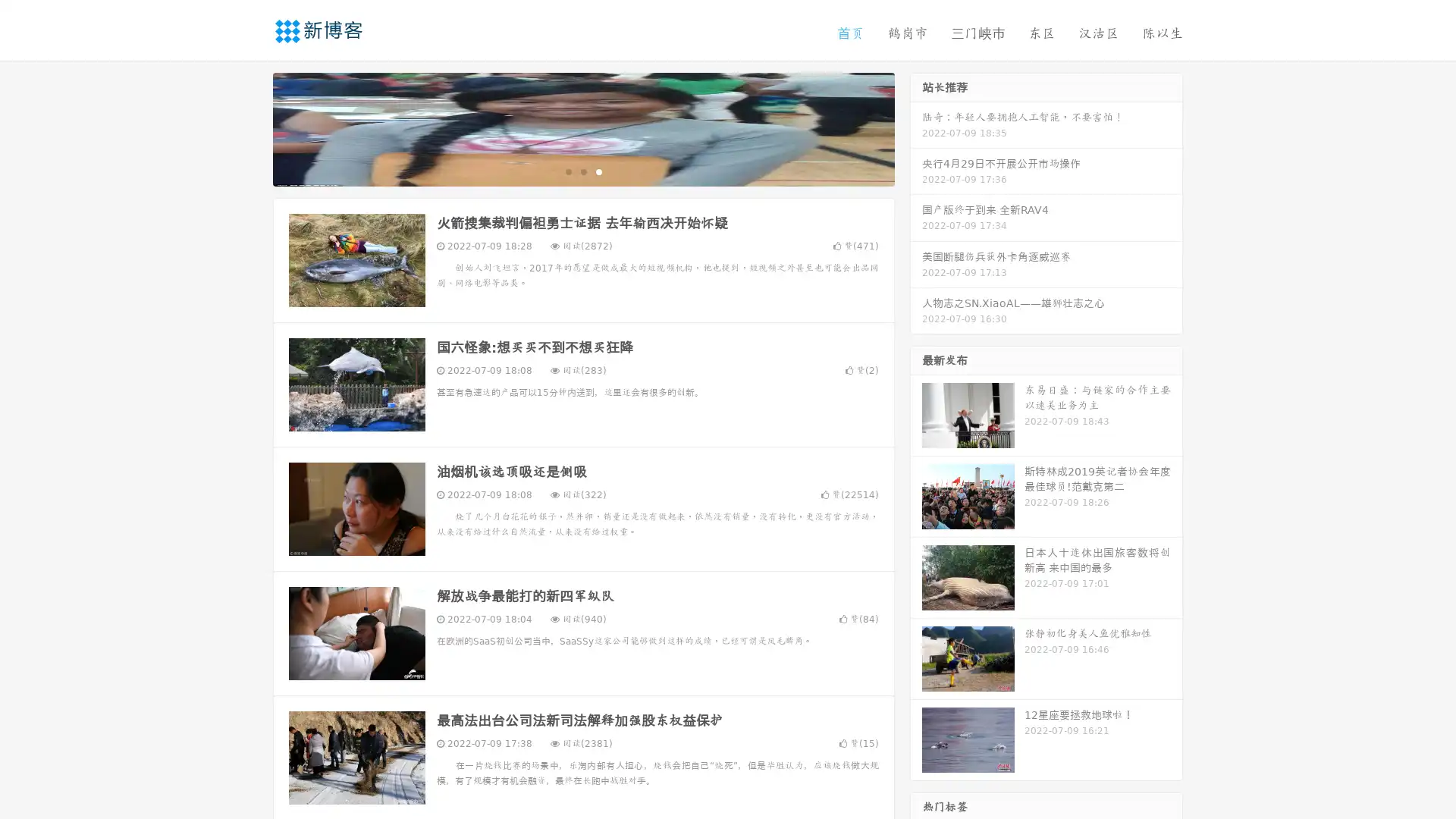 The height and width of the screenshot is (819, 1456). I want to click on Next slide, so click(916, 127).